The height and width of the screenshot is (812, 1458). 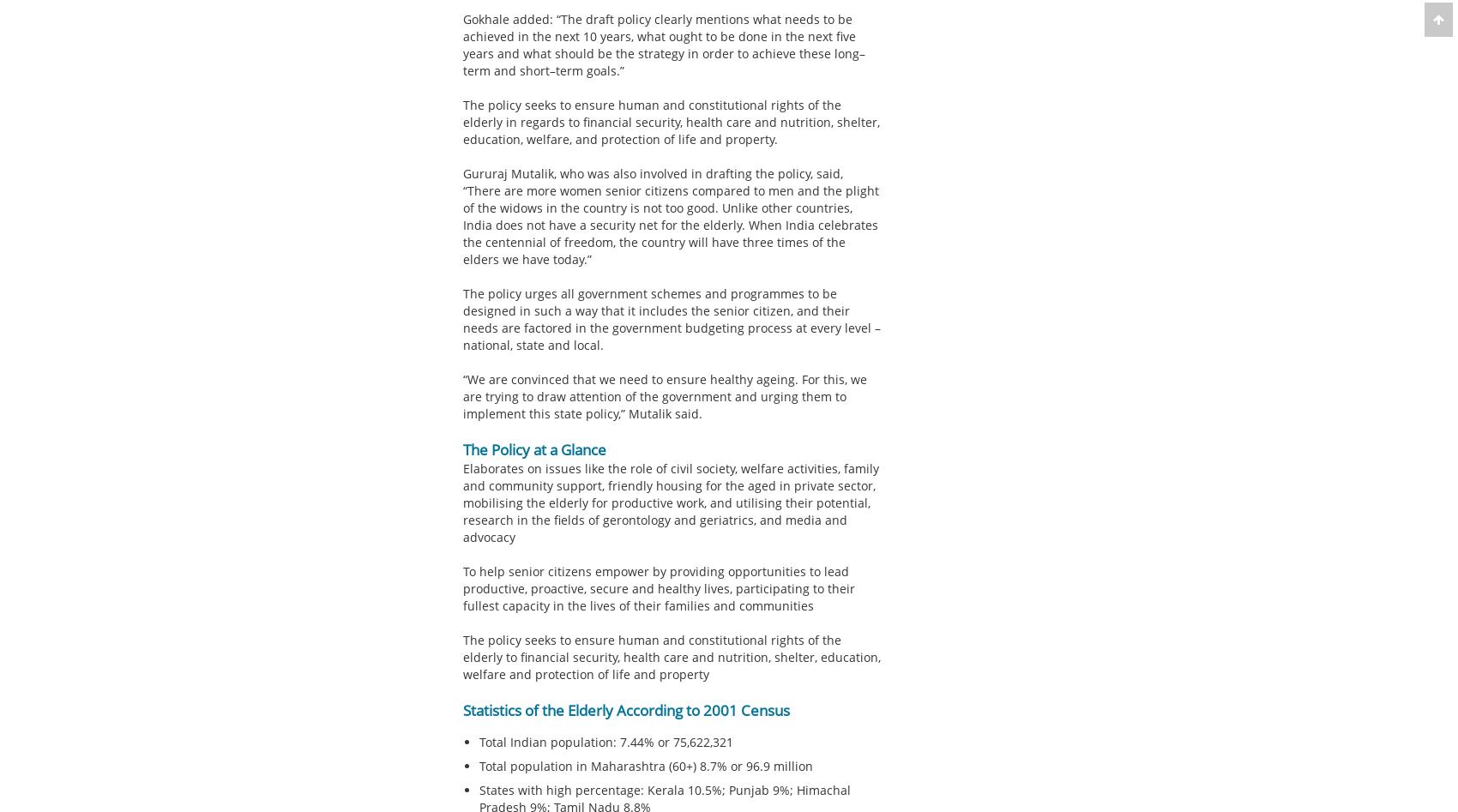 I want to click on 'Gokhale added: “The draft policy clearly mentions what needs to be achieved in the next 10 years, what ought to be done in the next five years and what should be the strategy in order to achieve these long–term and short–term goals.”', so click(x=461, y=45).